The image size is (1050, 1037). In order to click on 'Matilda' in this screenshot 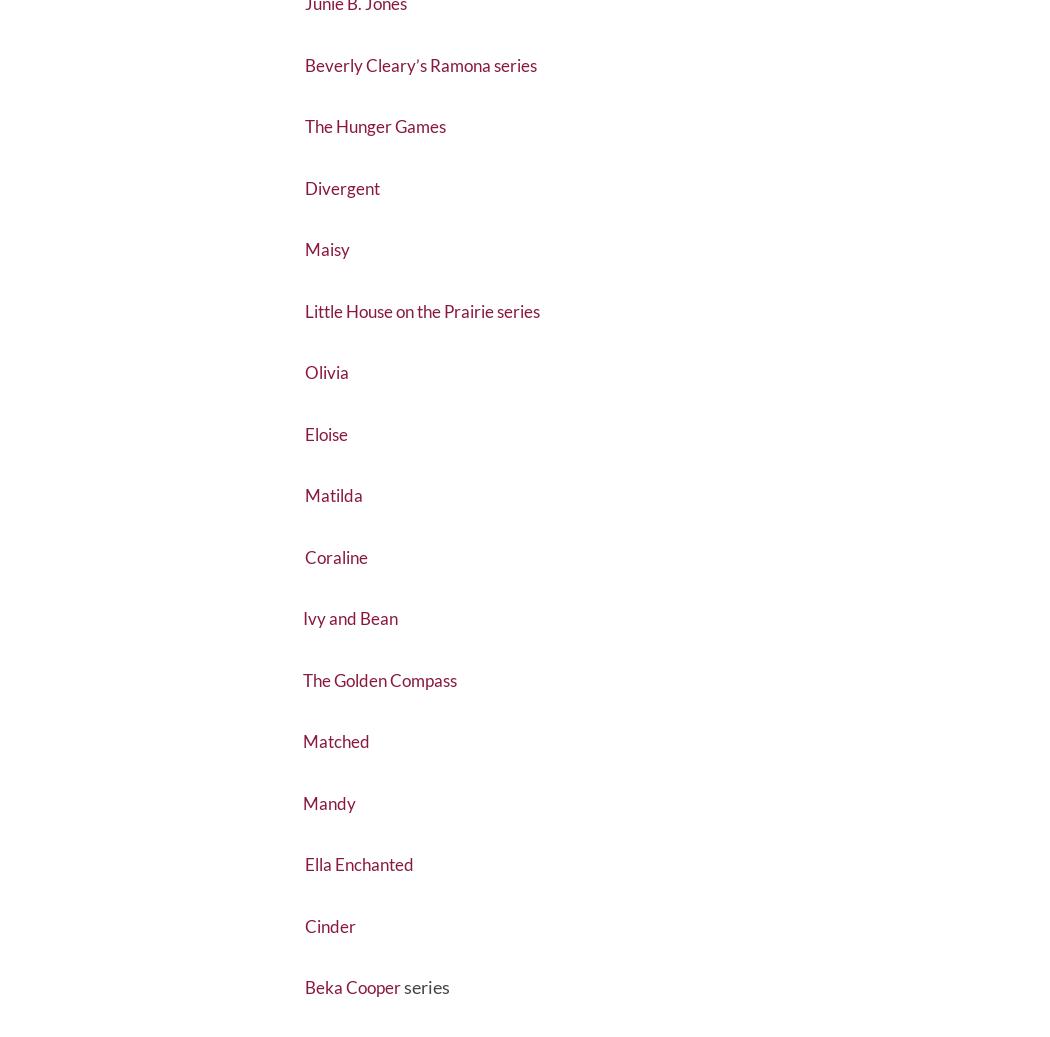, I will do `click(337, 545)`.